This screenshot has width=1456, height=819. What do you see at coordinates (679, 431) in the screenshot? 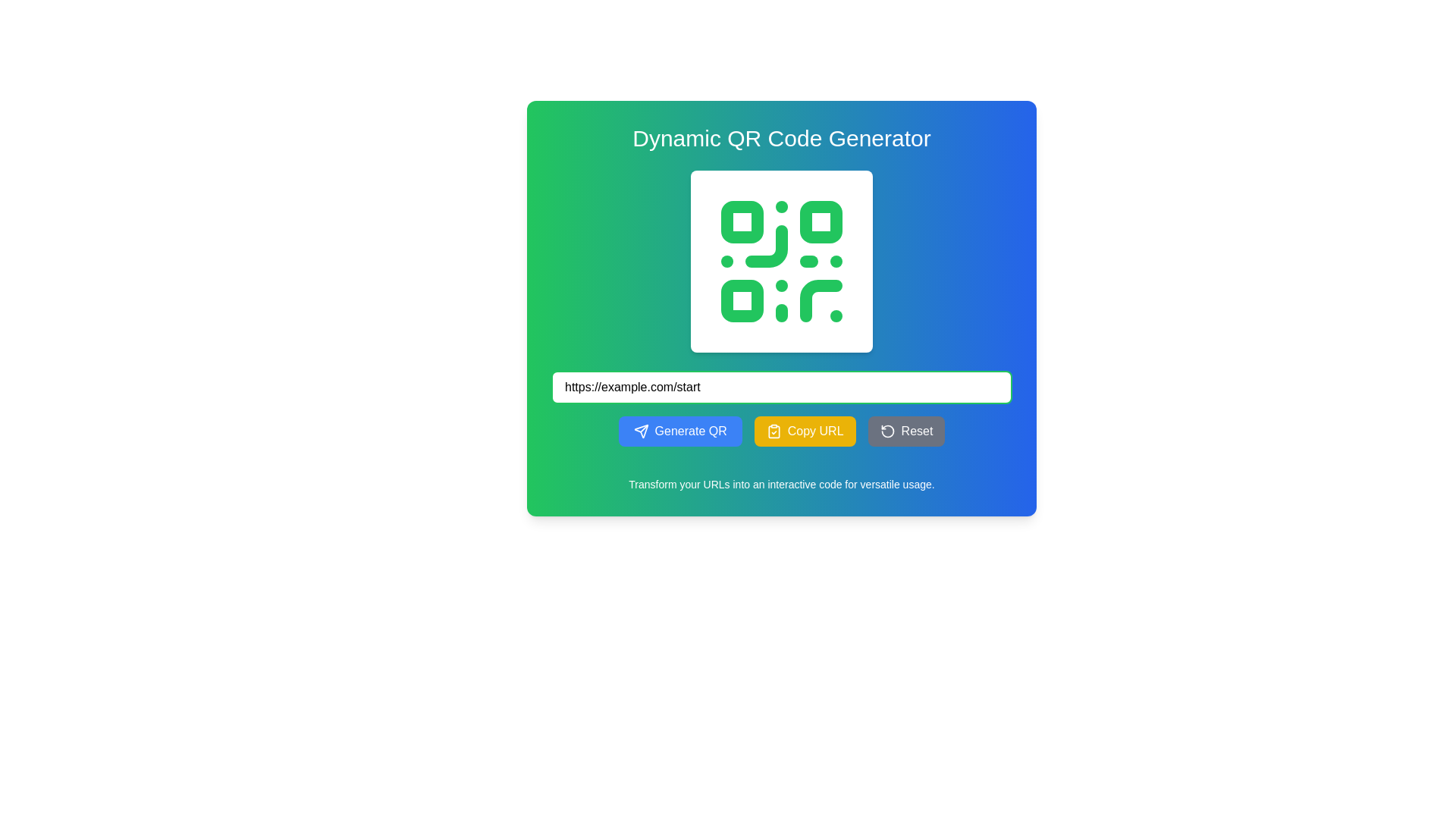
I see `the 'Generate QR' button, which is a rectangular button with a blue background and white text, located centrally on the page below a text input field` at bounding box center [679, 431].